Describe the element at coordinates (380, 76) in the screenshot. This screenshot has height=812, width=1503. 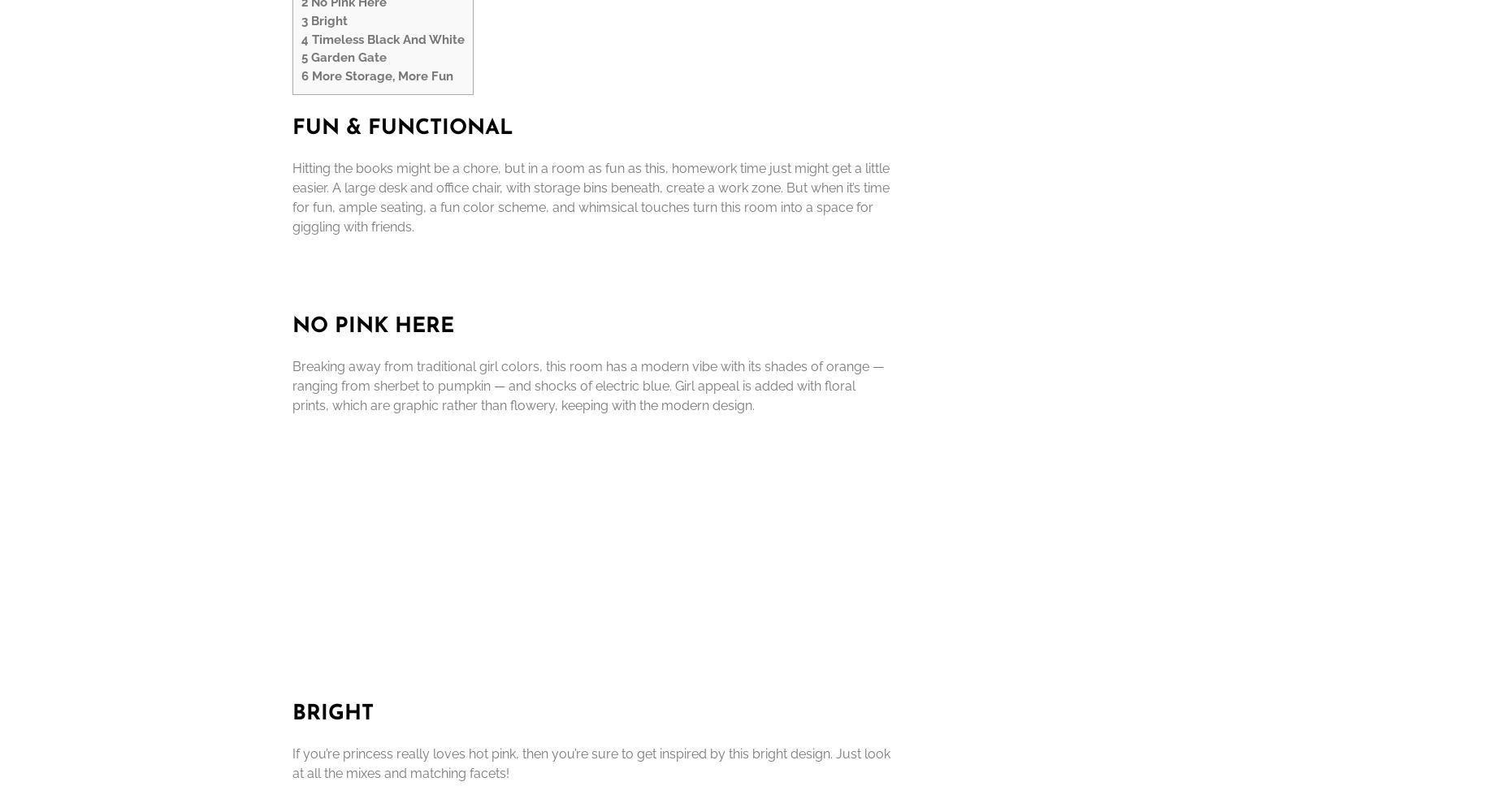
I see `'More Storage, More Fun'` at that location.